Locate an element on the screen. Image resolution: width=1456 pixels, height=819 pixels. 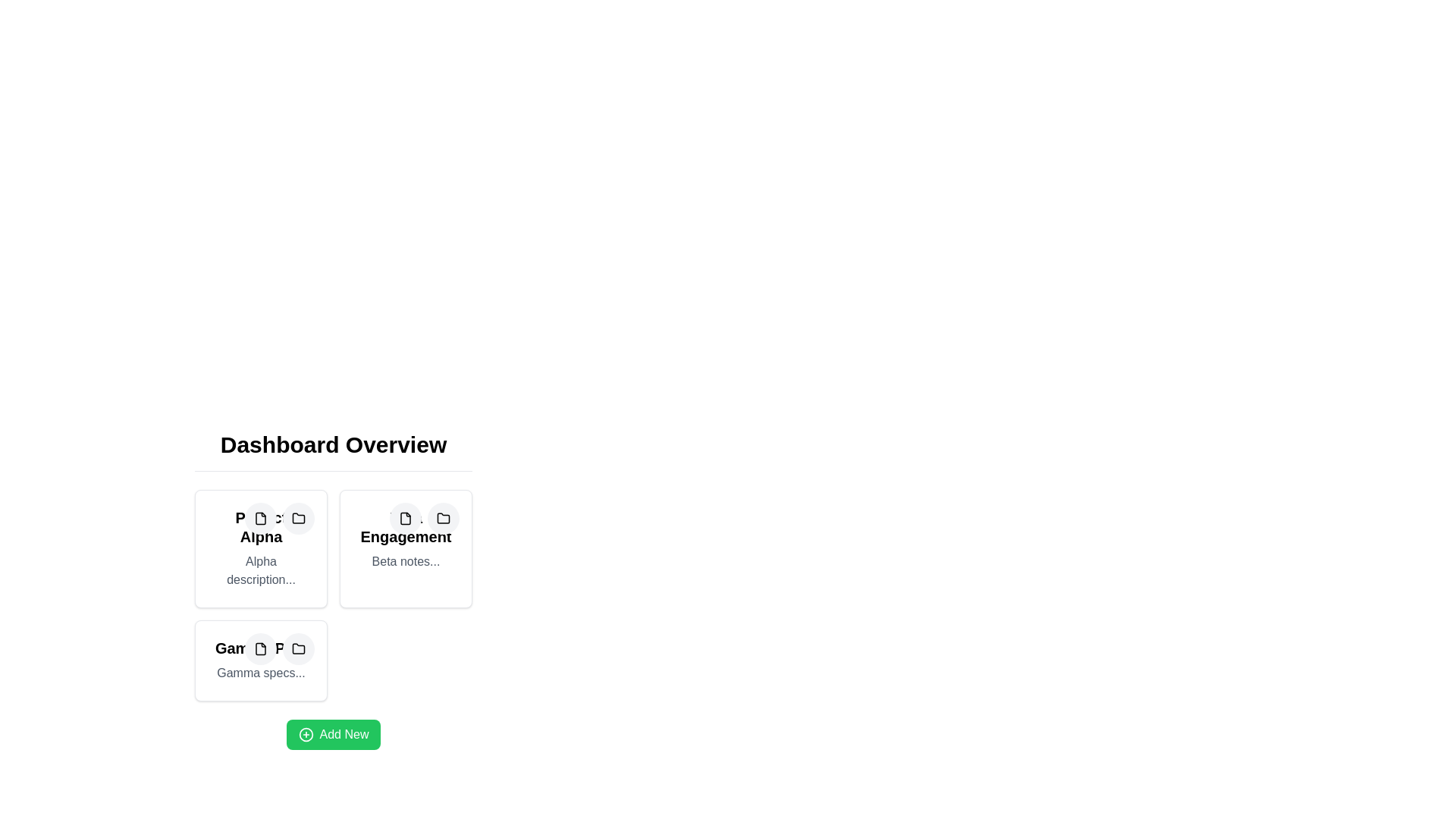
the 'Add New' button, which is a green button with white text and a circular plus icon on the left is located at coordinates (344, 733).